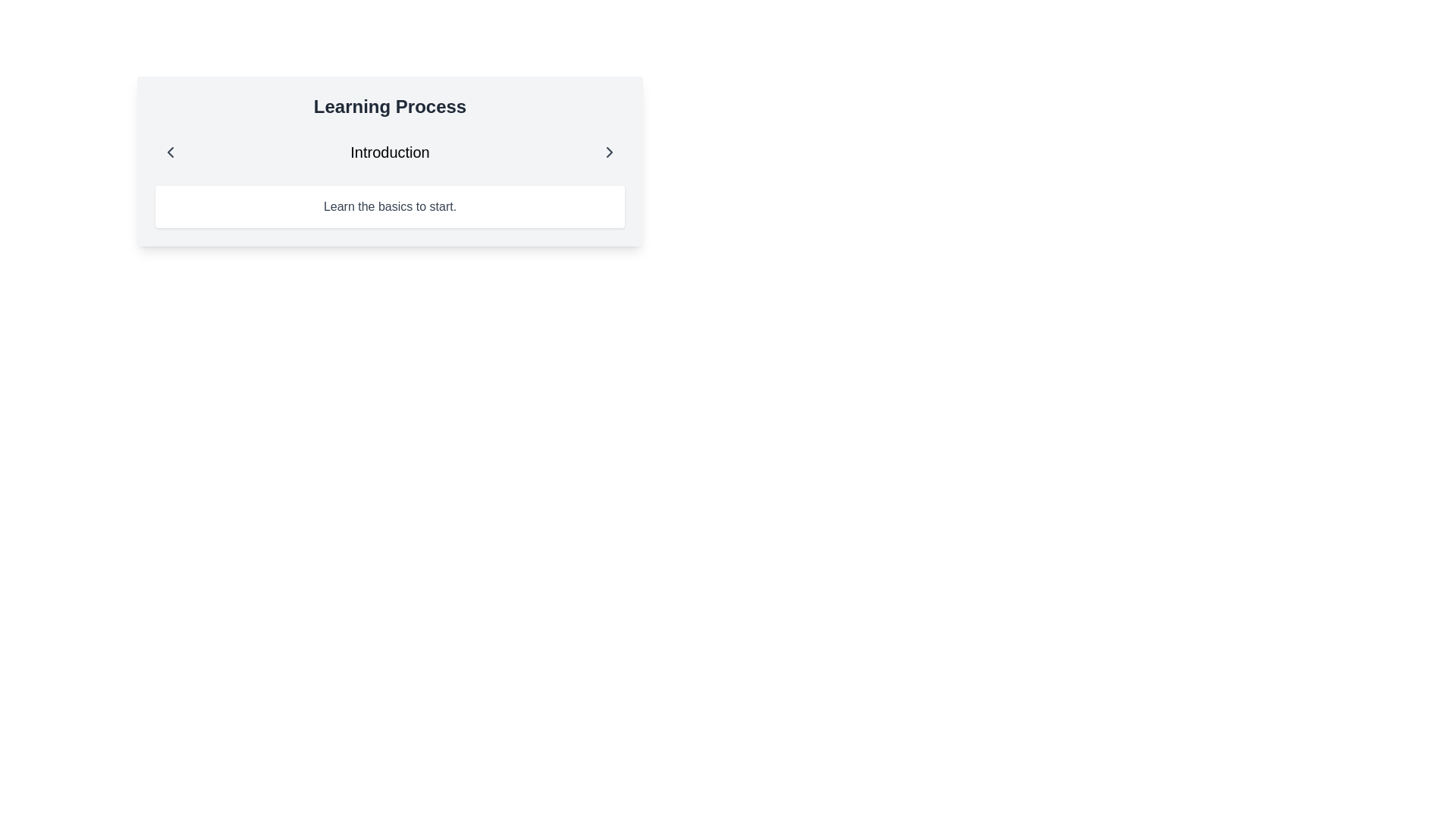  What do you see at coordinates (171, 152) in the screenshot?
I see `the backward navigation arrow icon positioned at the top-left corner of the interface` at bounding box center [171, 152].